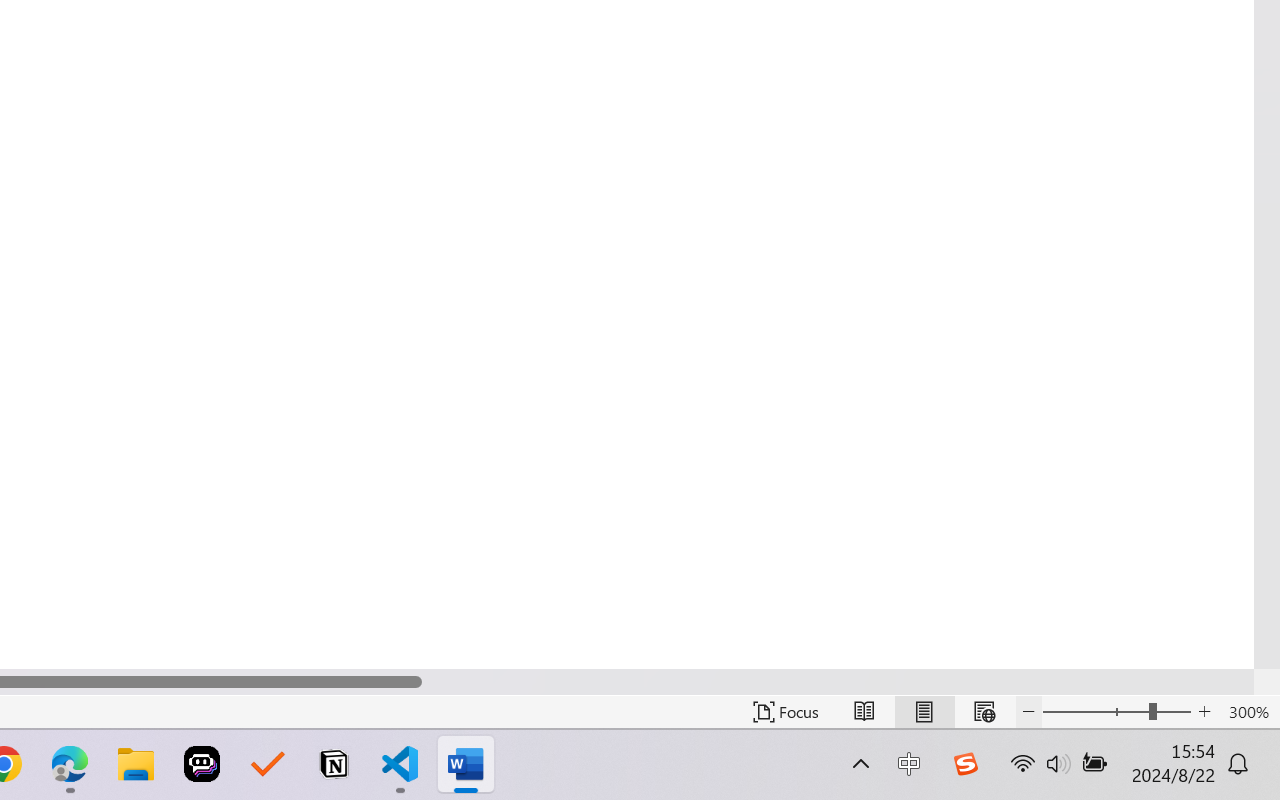 The width and height of the screenshot is (1280, 800). Describe the element at coordinates (1115, 711) in the screenshot. I see `'Zoom'` at that location.